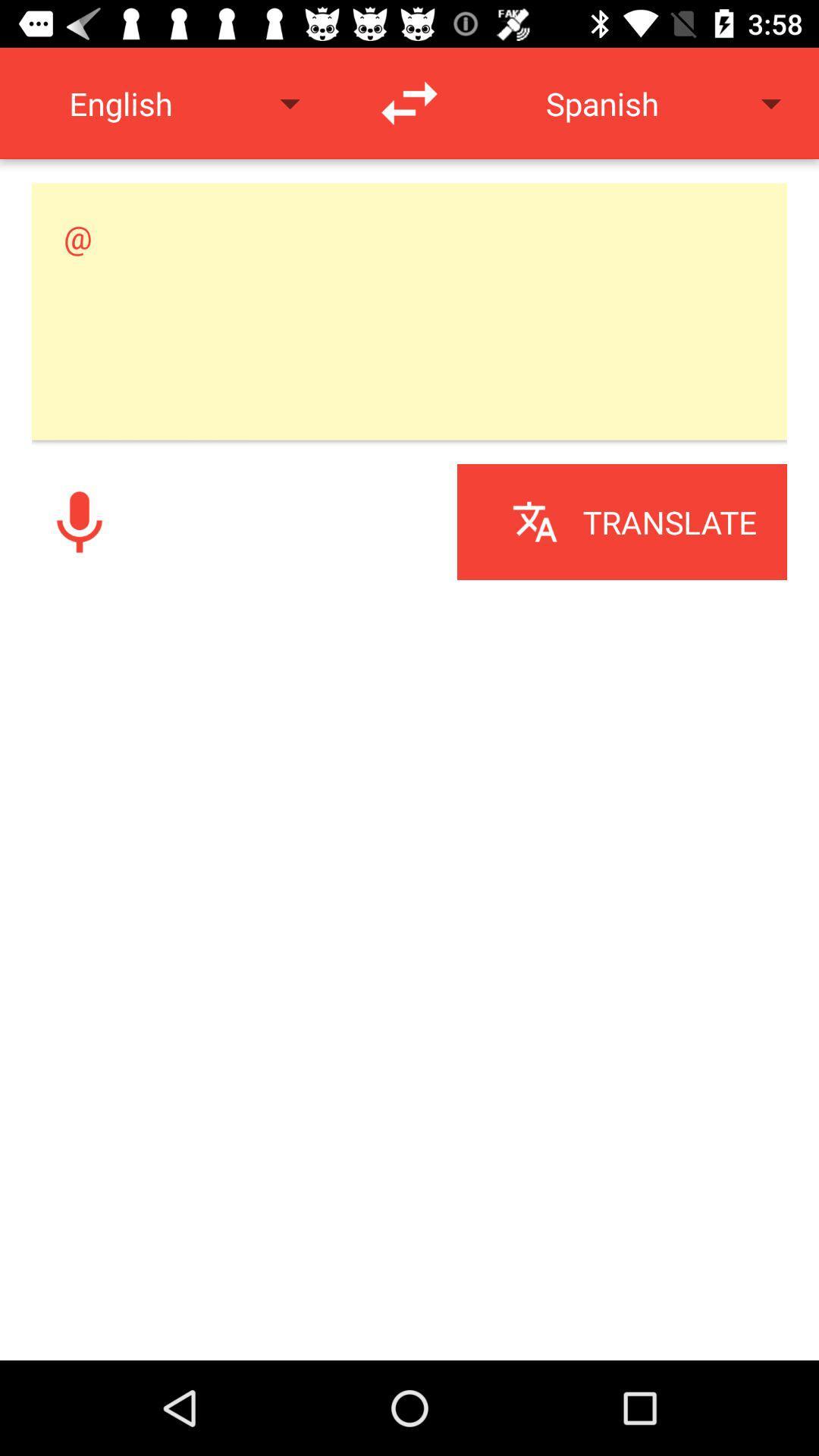 Image resolution: width=819 pixels, height=1456 pixels. I want to click on voice button, so click(79, 522).